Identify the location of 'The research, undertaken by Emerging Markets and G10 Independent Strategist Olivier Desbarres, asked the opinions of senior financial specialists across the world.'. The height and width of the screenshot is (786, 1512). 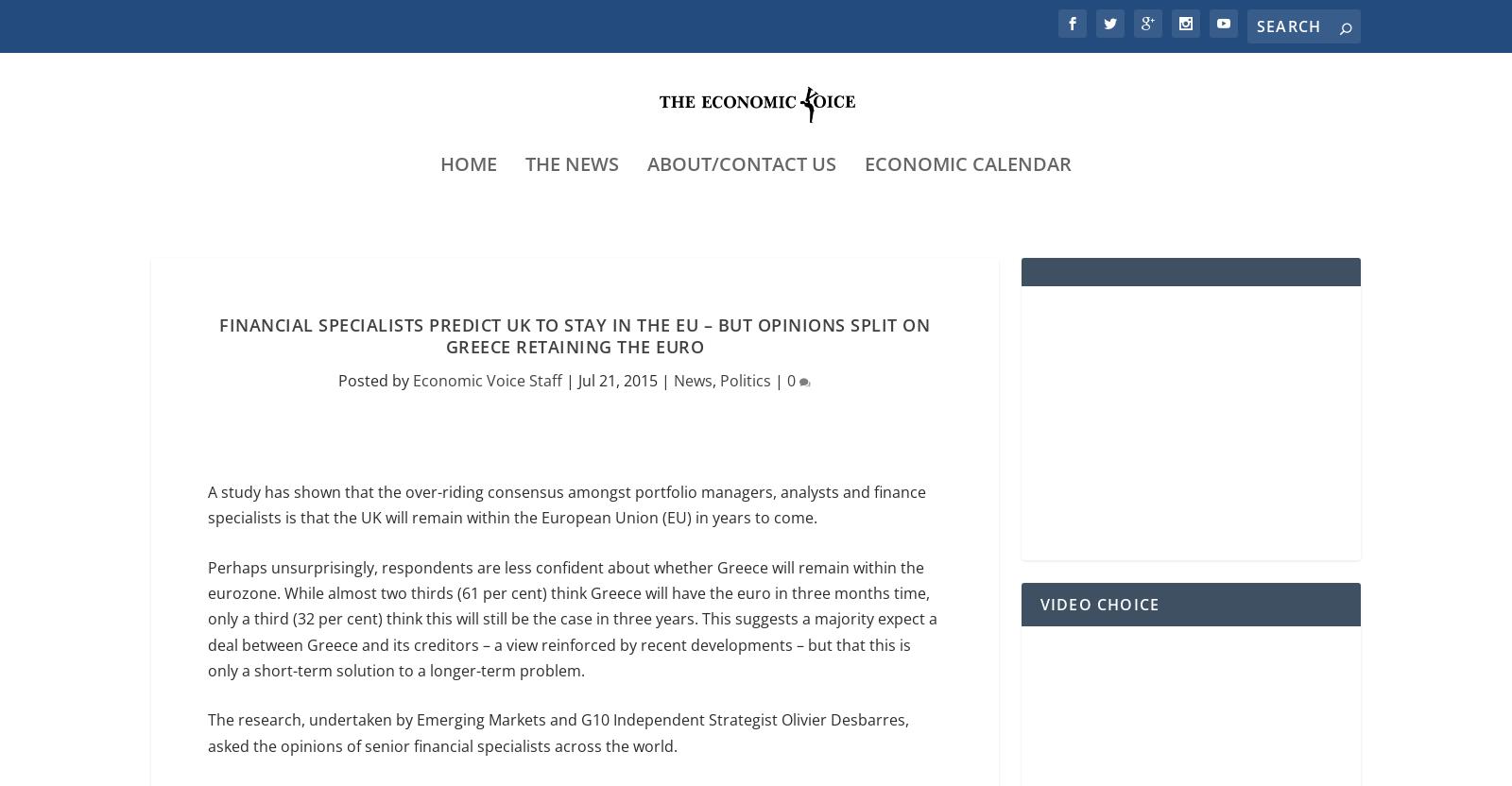
(558, 735).